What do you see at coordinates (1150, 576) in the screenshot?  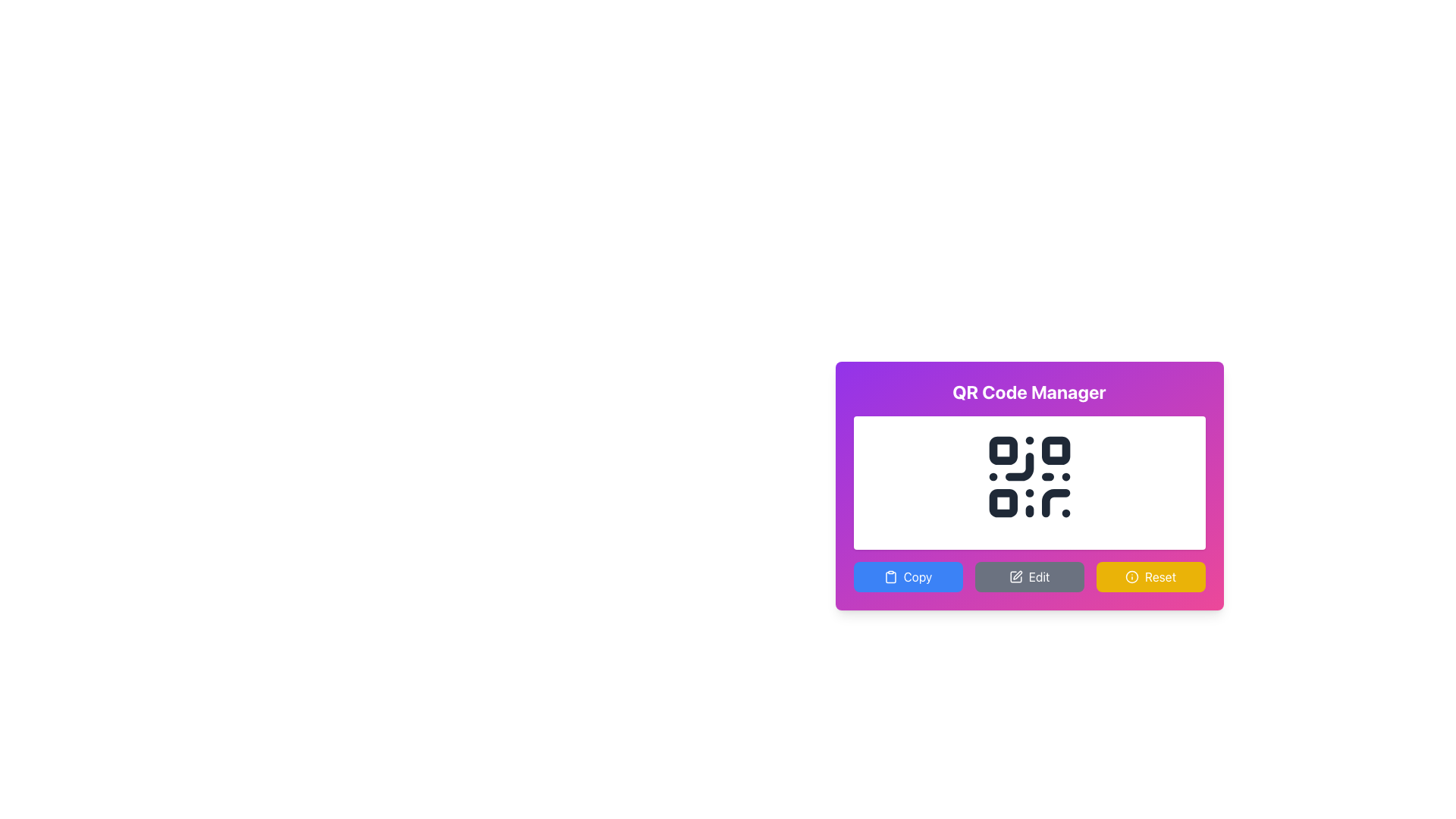 I see `the 'Reset' button, which is the third button from the left, styled in bright yellow with rounded corners and an information icon to the left of the text` at bounding box center [1150, 576].